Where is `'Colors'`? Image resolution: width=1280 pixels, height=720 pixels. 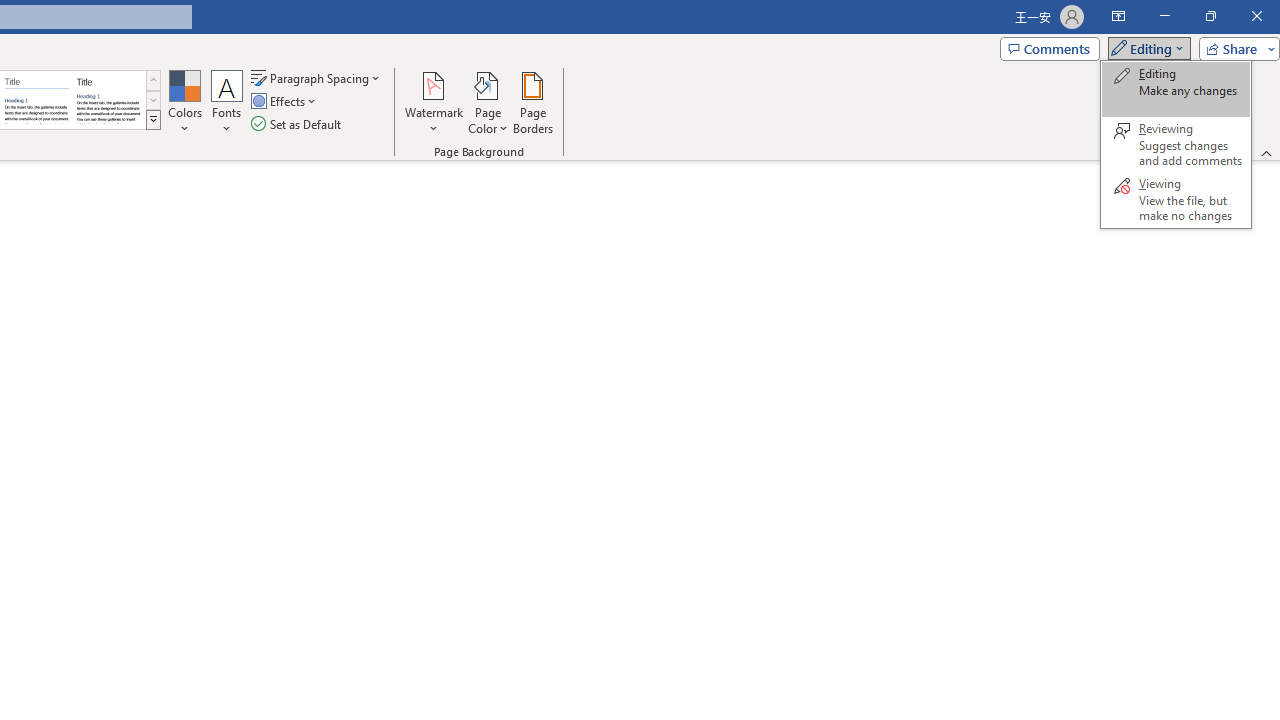
'Colors' is located at coordinates (184, 103).